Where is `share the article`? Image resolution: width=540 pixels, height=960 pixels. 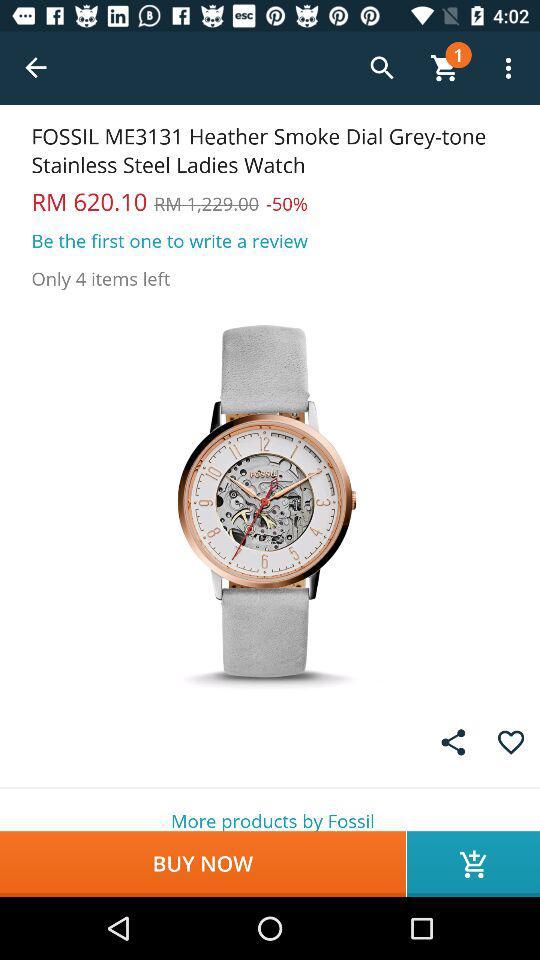 share the article is located at coordinates (453, 741).